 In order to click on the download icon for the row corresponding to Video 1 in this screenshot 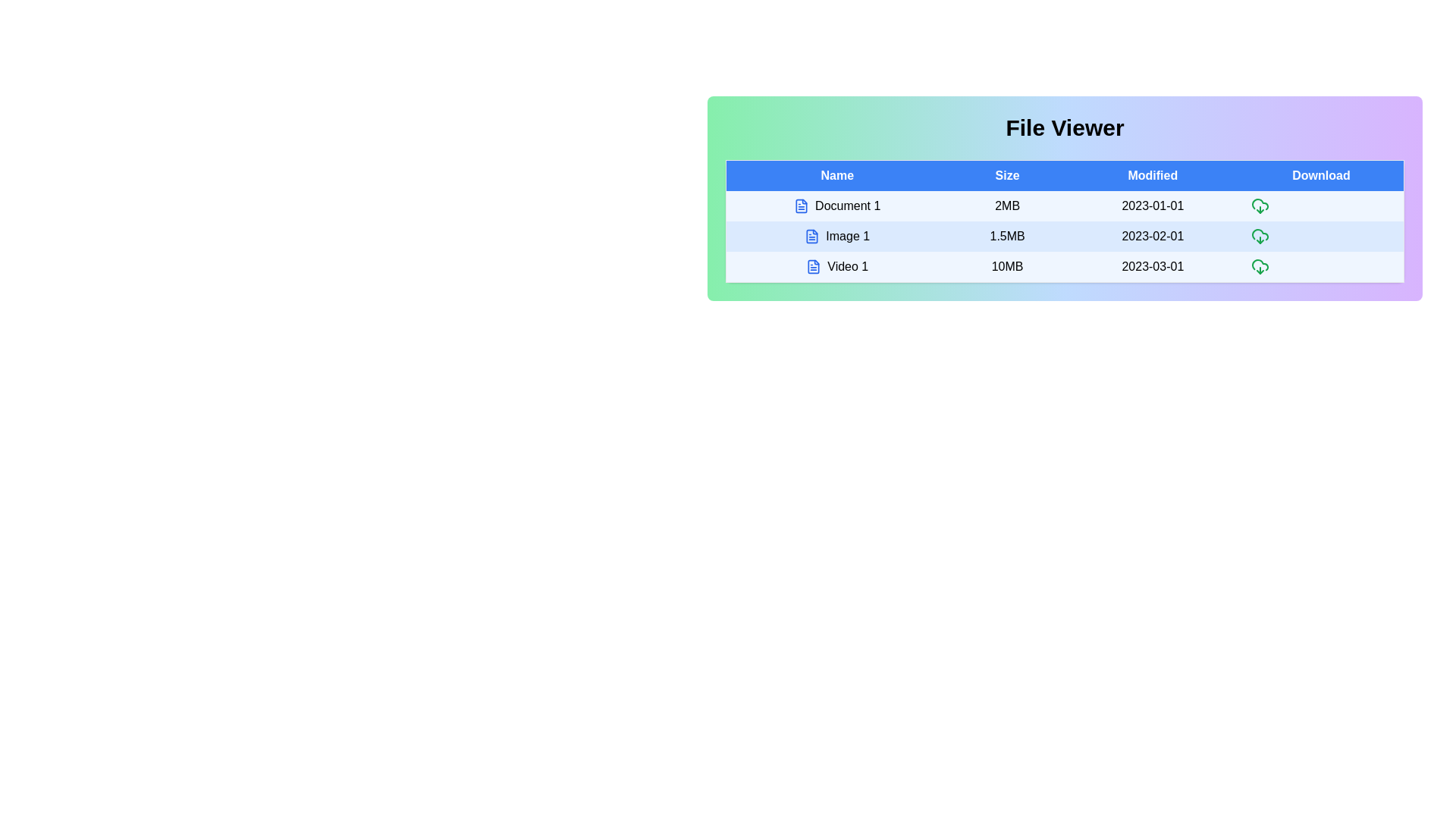, I will do `click(1260, 265)`.